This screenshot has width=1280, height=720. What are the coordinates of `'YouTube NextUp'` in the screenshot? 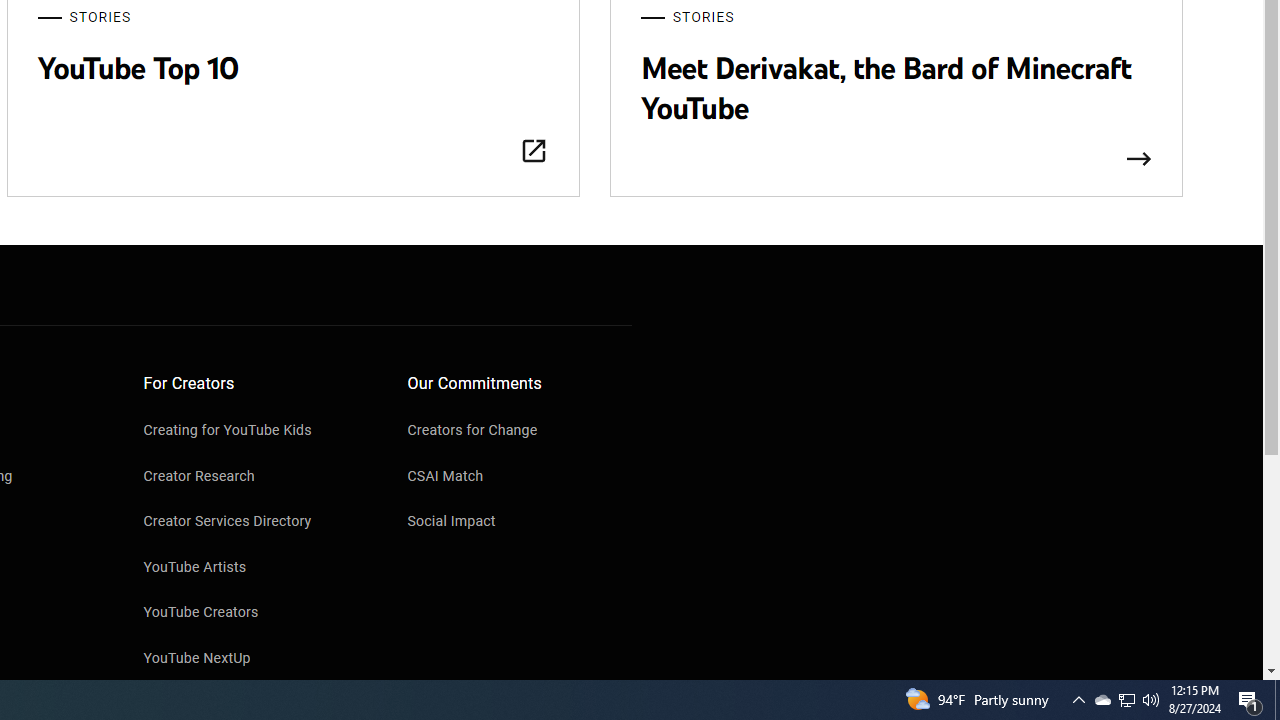 It's located at (255, 659).